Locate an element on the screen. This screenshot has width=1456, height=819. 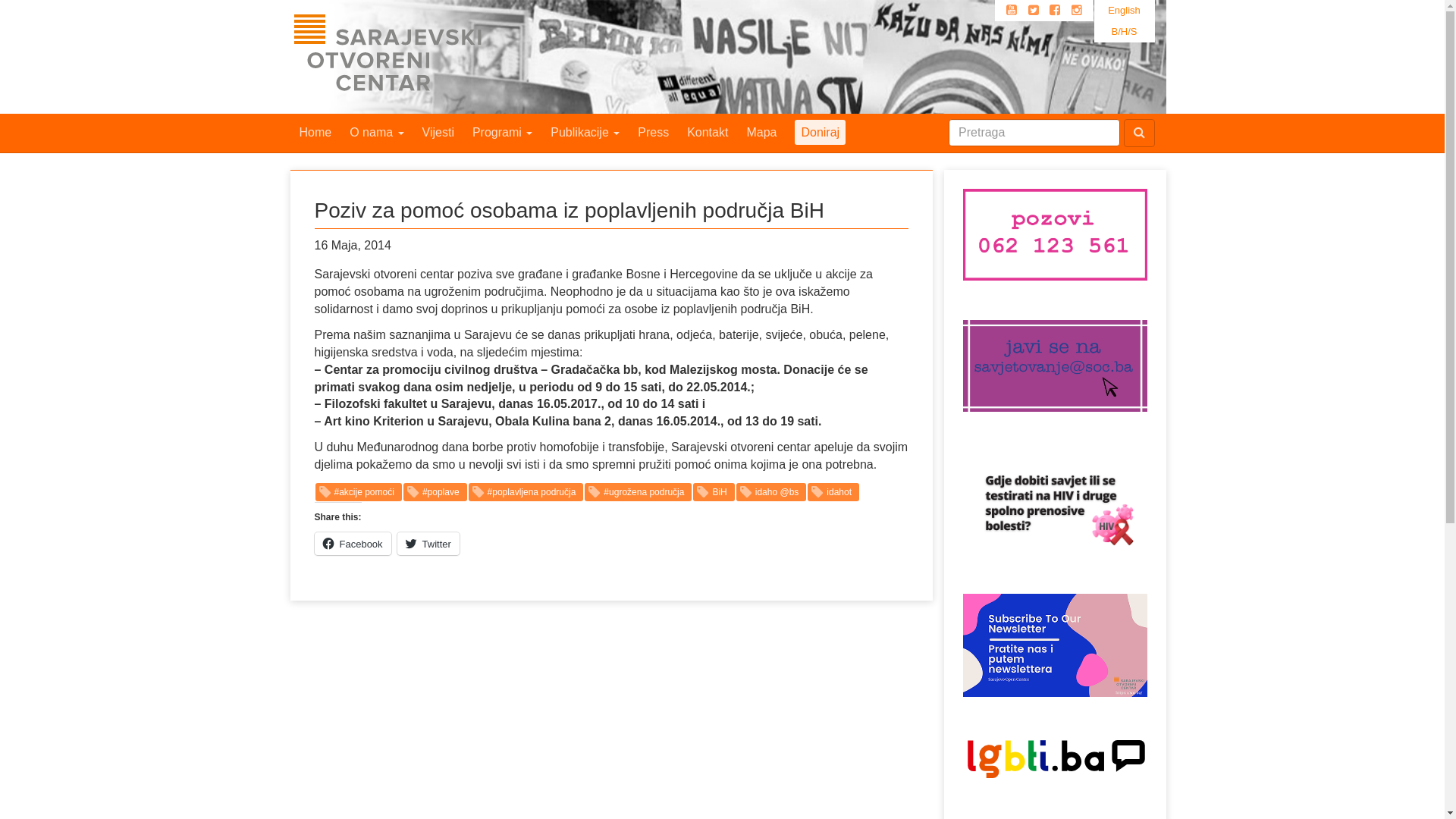
'idahot' is located at coordinates (833, 491).